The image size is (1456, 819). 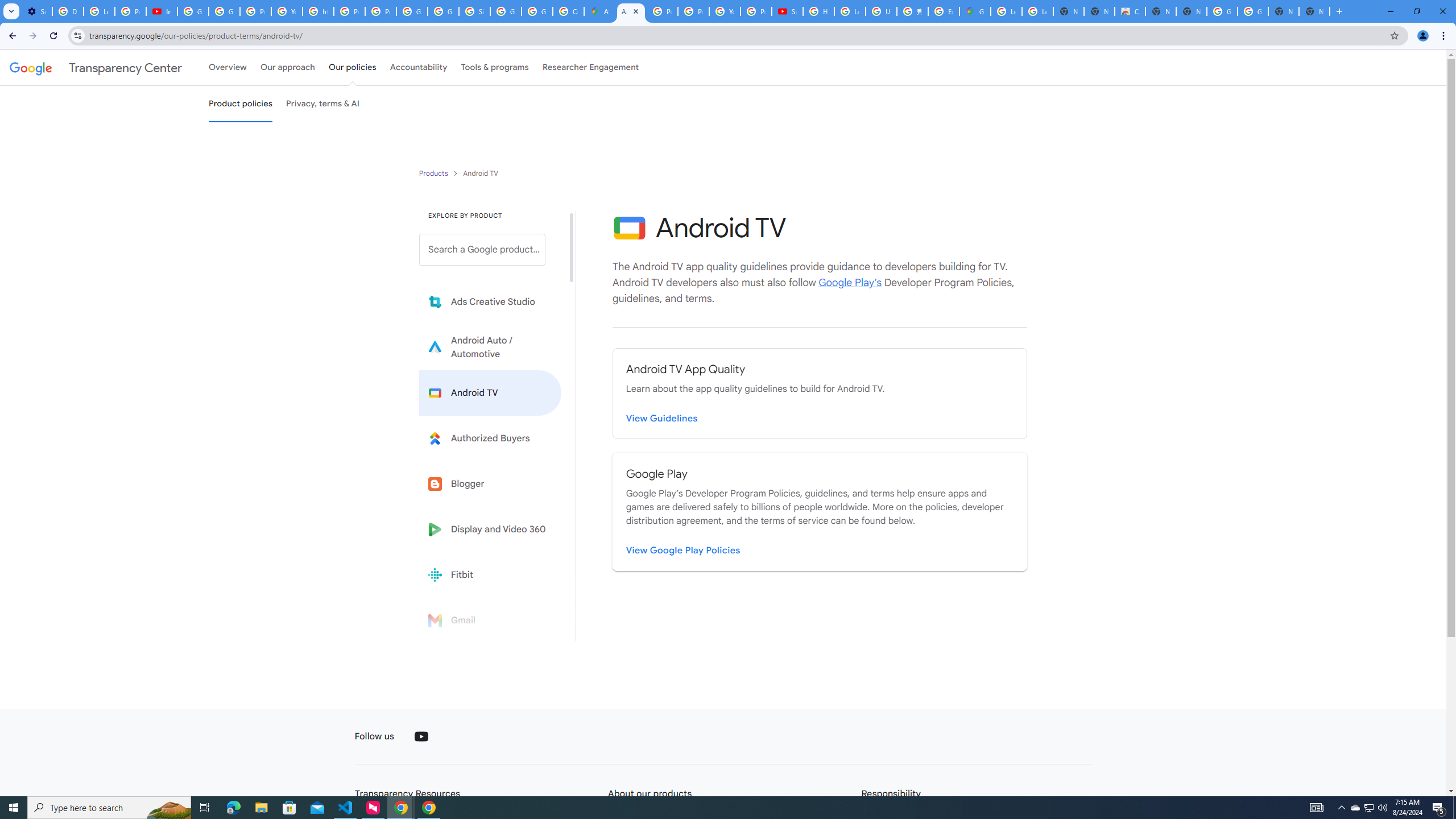 I want to click on 'Introduction | Google Privacy Policy - YouTube', so click(x=162, y=11).